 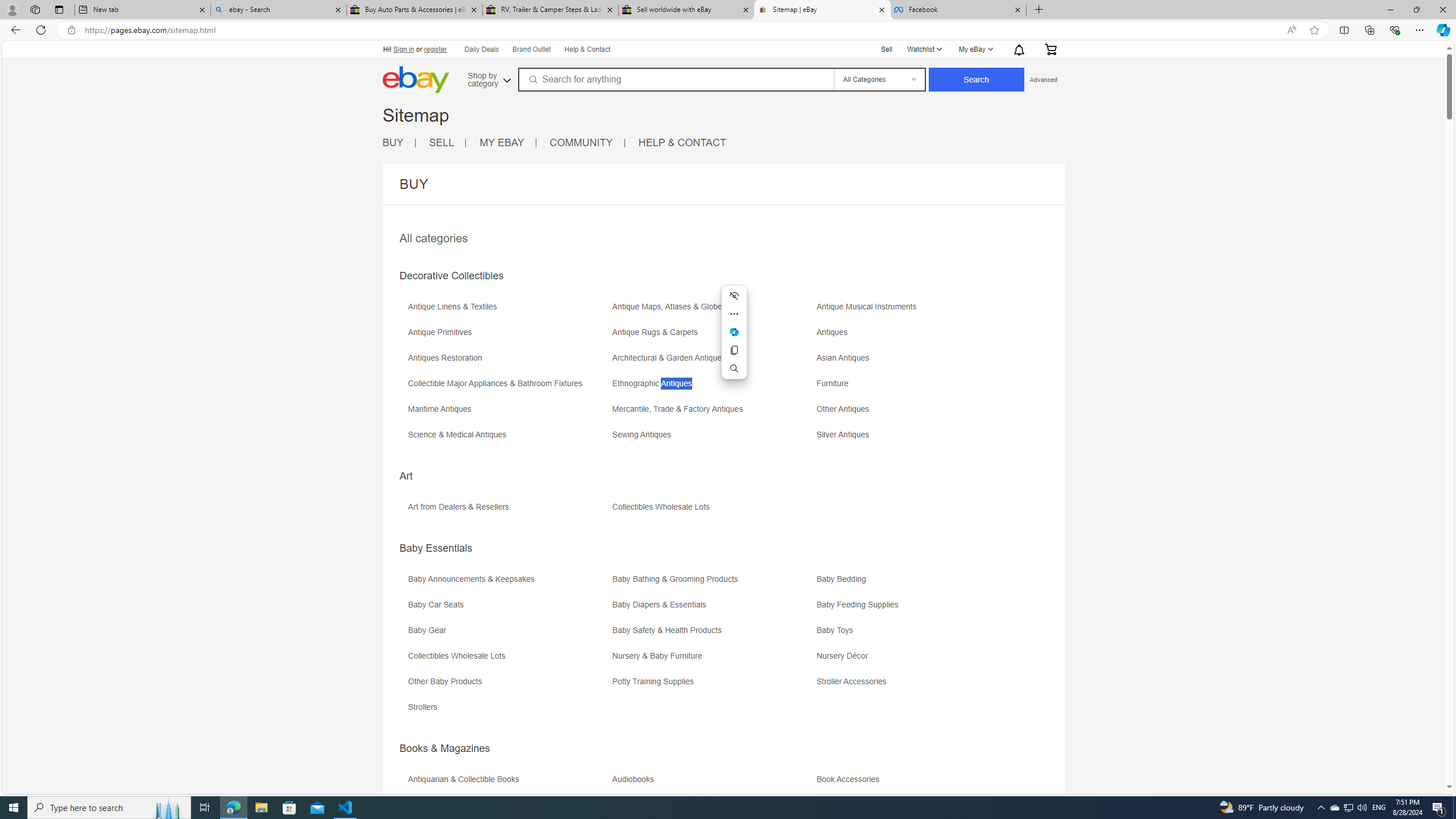 What do you see at coordinates (656, 332) in the screenshot?
I see `'Antique Rugs & Carpets'` at bounding box center [656, 332].